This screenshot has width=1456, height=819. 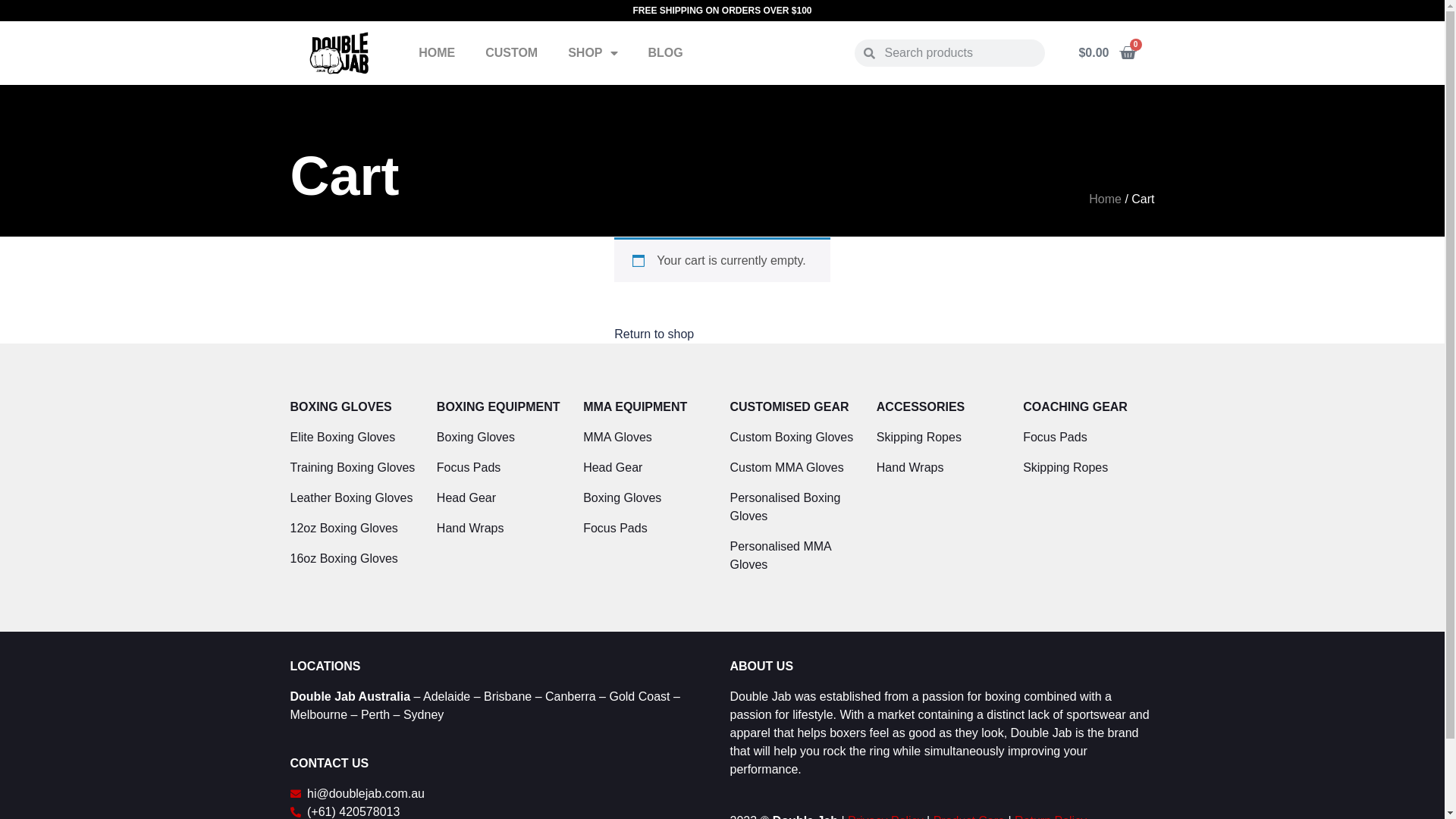 I want to click on 'MMA Gloves', so click(x=582, y=438).